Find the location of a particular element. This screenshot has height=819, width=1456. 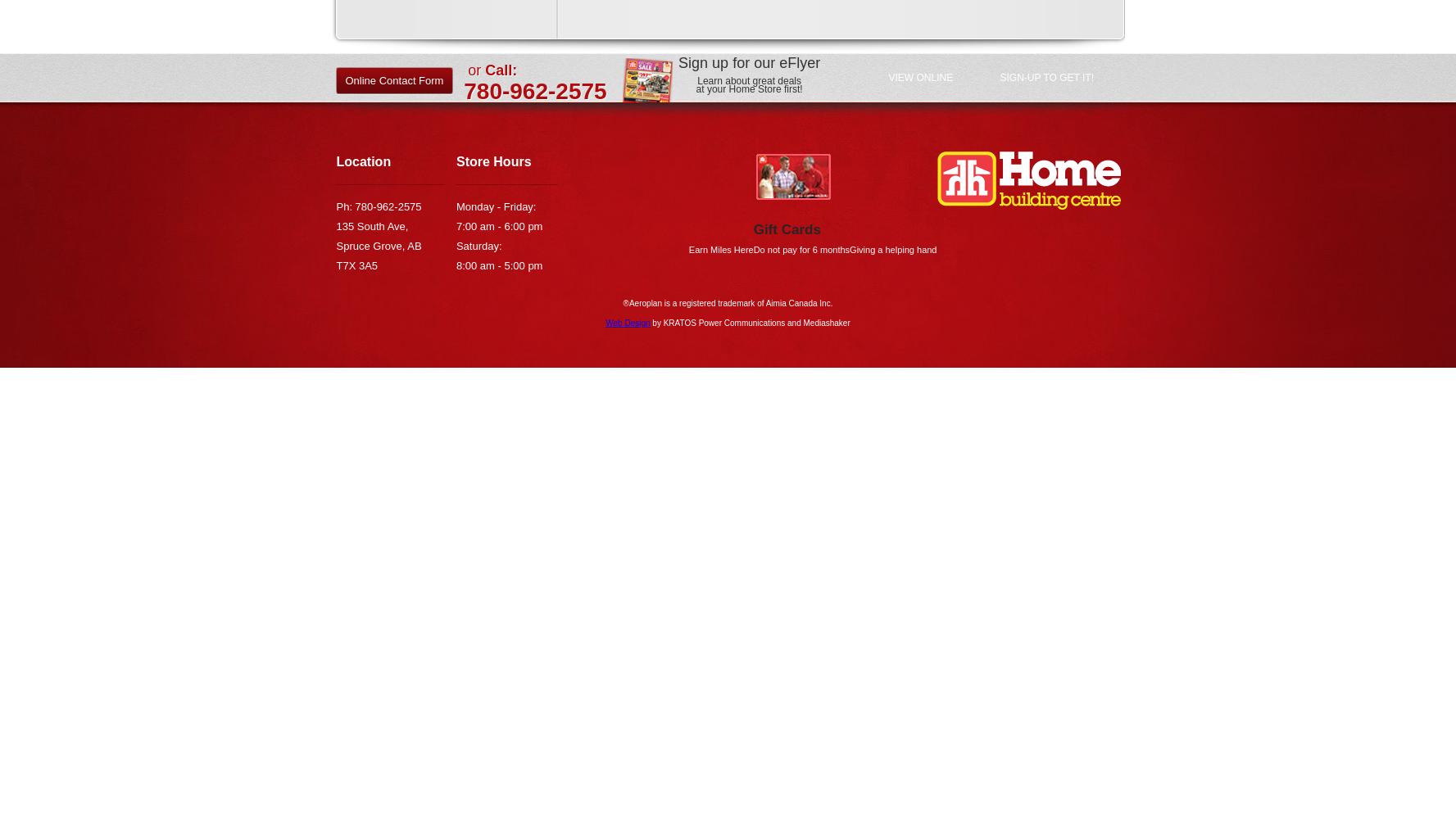

'780-962-2575' is located at coordinates (462, 90).